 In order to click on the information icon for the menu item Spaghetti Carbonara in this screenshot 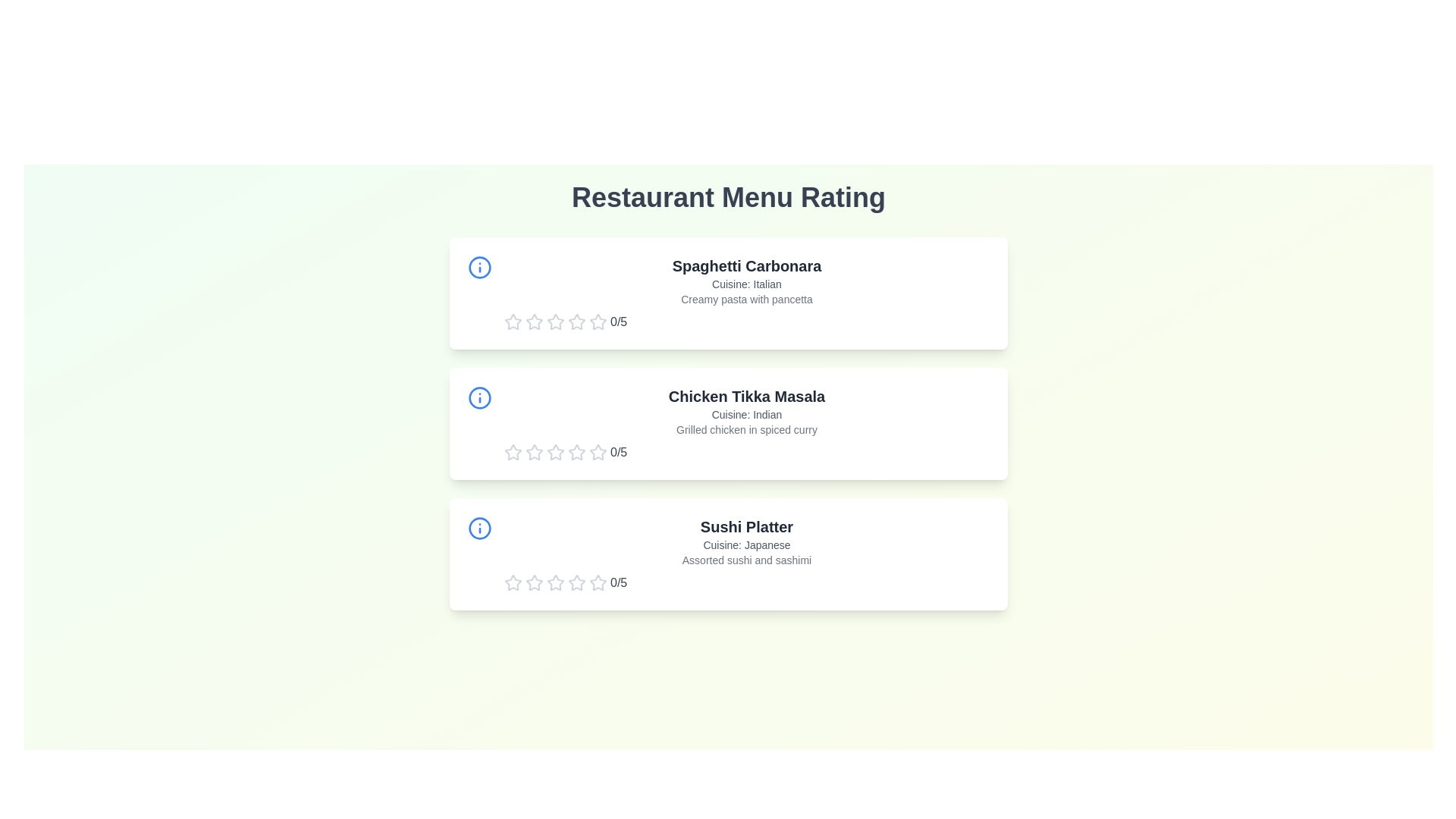, I will do `click(479, 267)`.